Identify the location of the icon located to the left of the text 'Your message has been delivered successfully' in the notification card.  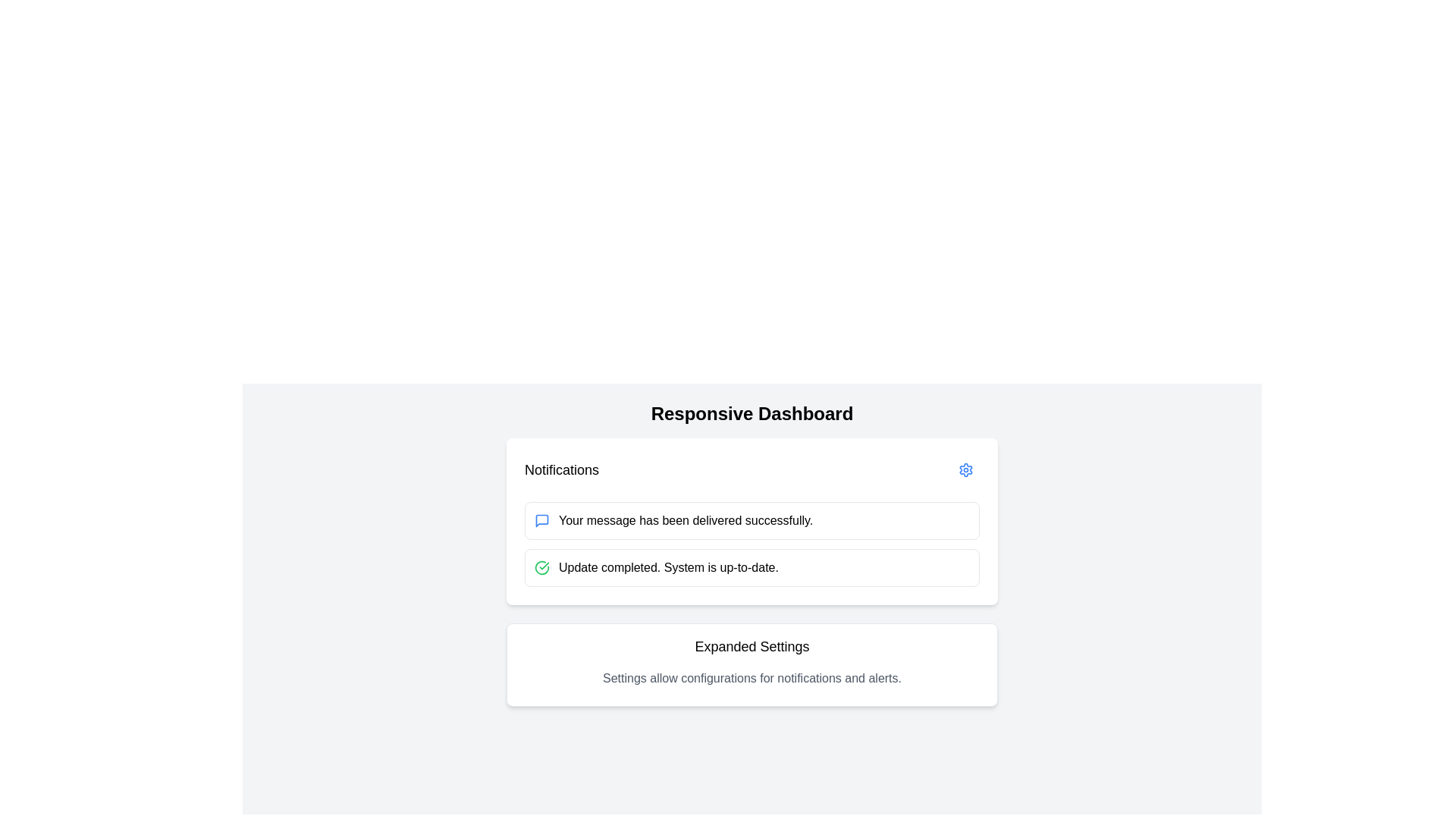
(542, 519).